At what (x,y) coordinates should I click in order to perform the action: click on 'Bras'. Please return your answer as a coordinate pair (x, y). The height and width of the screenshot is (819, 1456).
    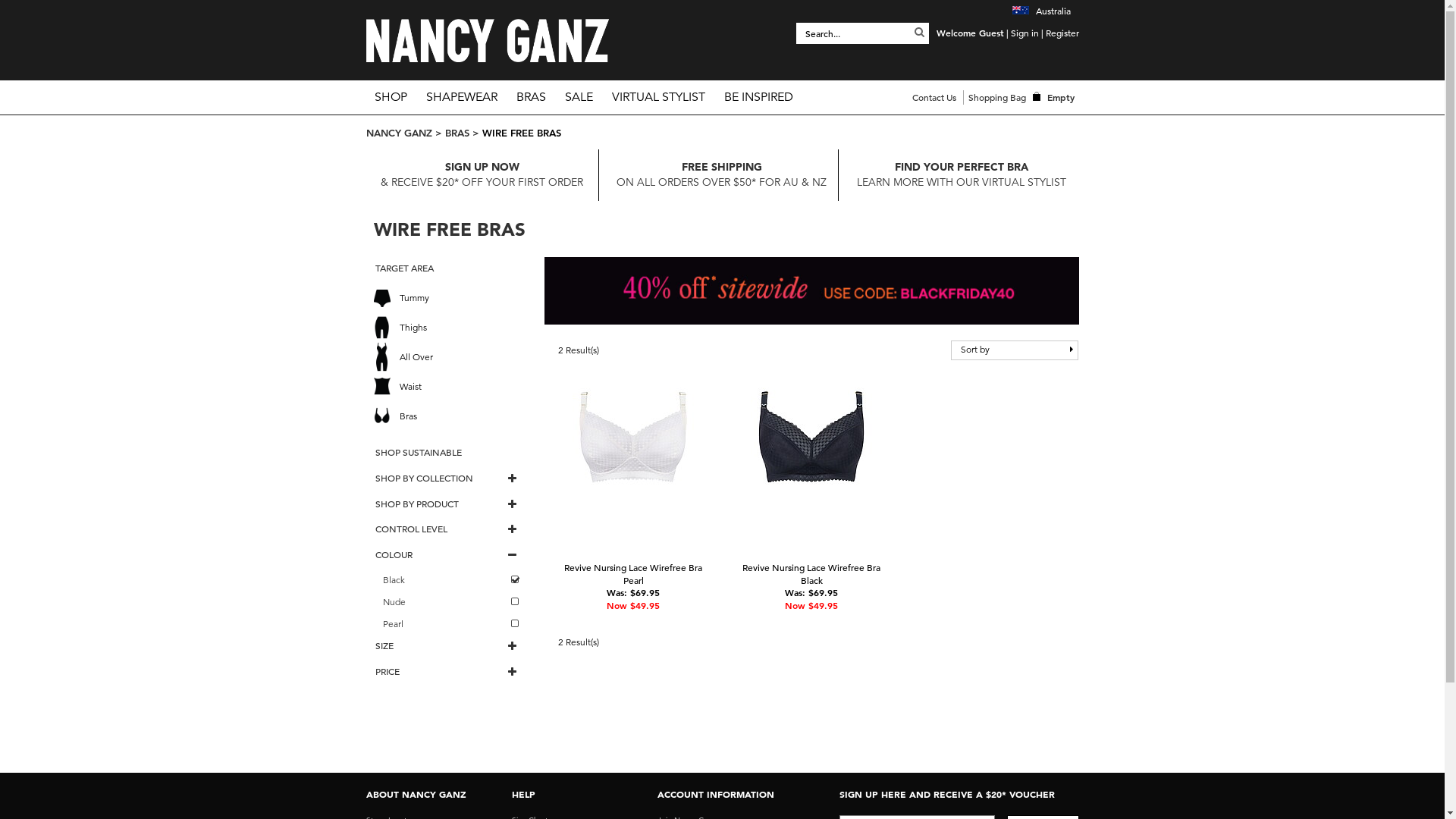
    Looking at the image, I should click on (450, 416).